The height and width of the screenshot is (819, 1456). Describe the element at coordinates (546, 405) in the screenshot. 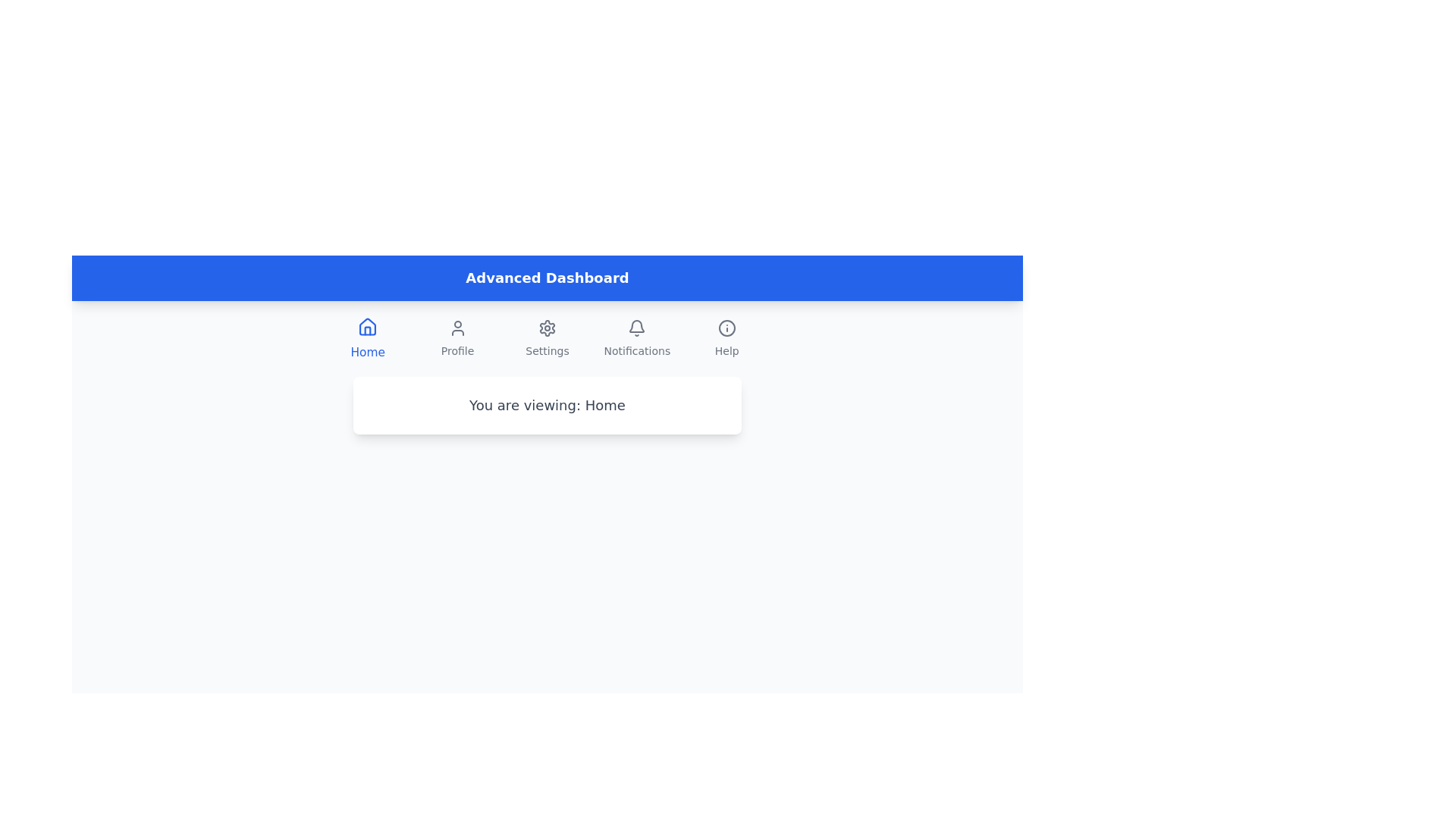

I see `the informational banner displaying the message 'You are viewing: Home', which is centered below the navigation options` at that location.